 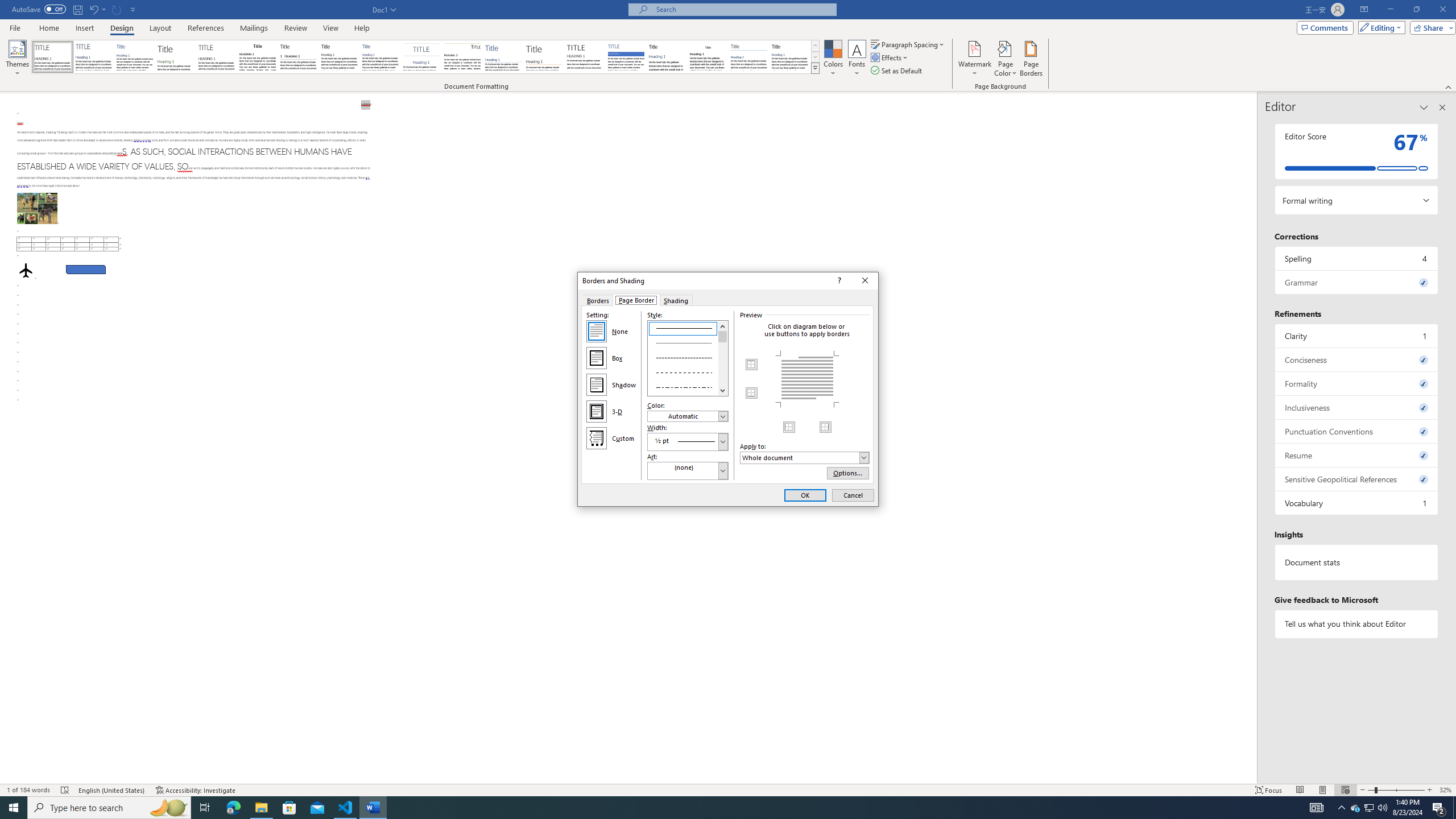 I want to click on 'AutomationID: QuickStylesSets', so click(x=425, y=56).